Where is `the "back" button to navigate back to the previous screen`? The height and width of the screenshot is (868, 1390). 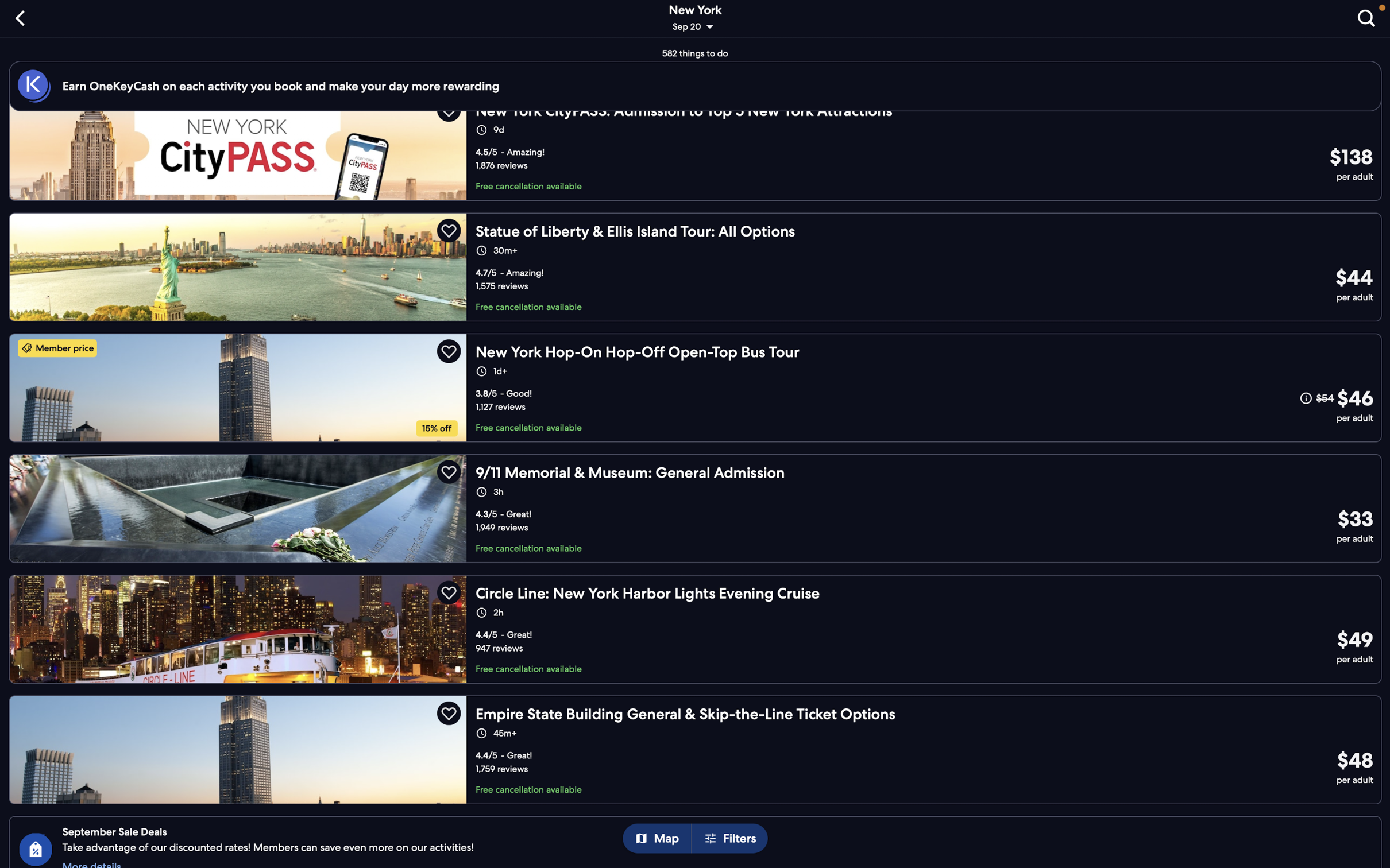
the "back" button to navigate back to the previous screen is located at coordinates (22, 17).